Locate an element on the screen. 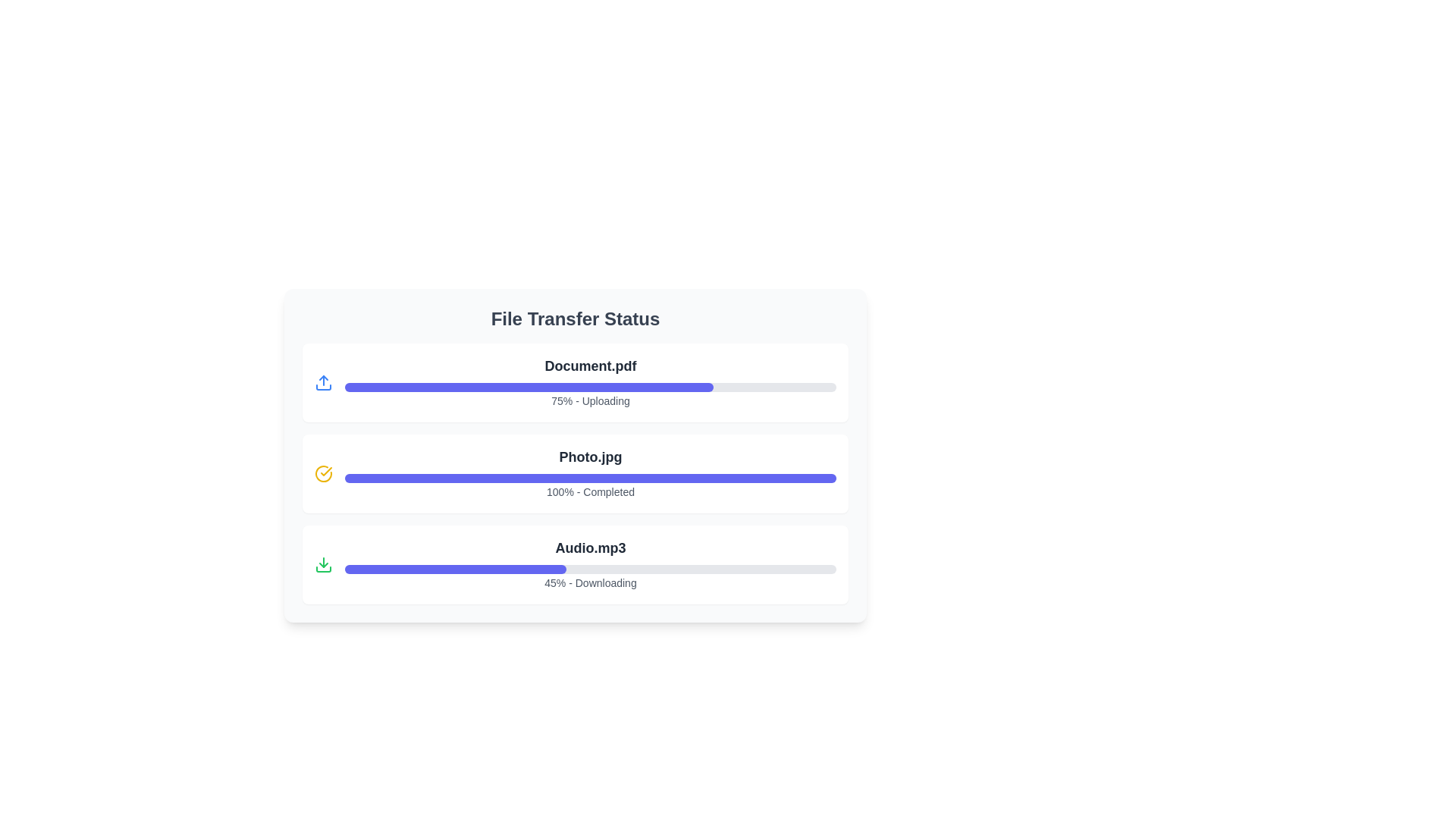 Image resolution: width=1456 pixels, height=819 pixels. the progress bar displaying 'Photo.jpg' with the status message '100% - Completed' is located at coordinates (589, 472).